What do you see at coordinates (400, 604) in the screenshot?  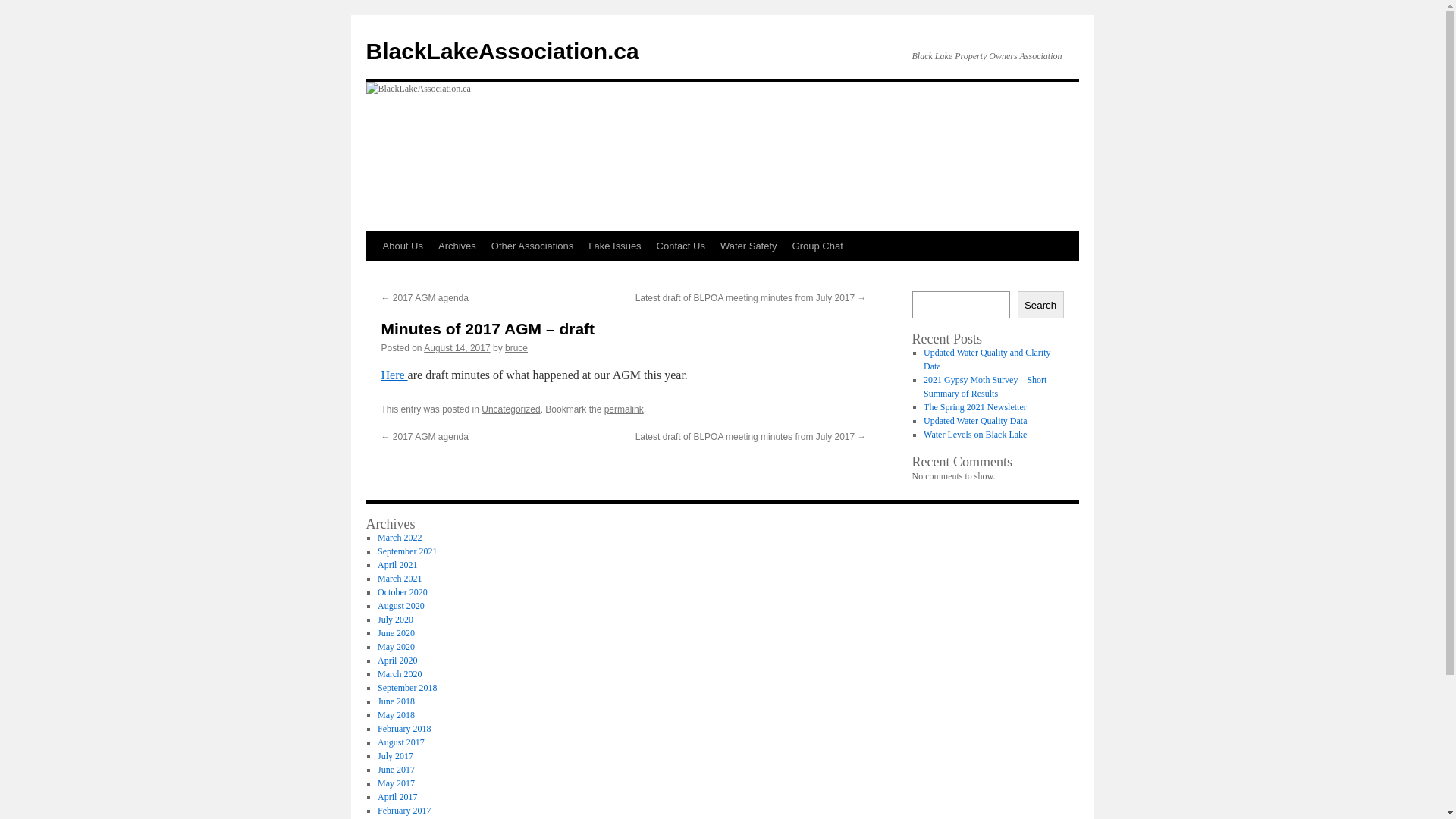 I see `'August 2020'` at bounding box center [400, 604].